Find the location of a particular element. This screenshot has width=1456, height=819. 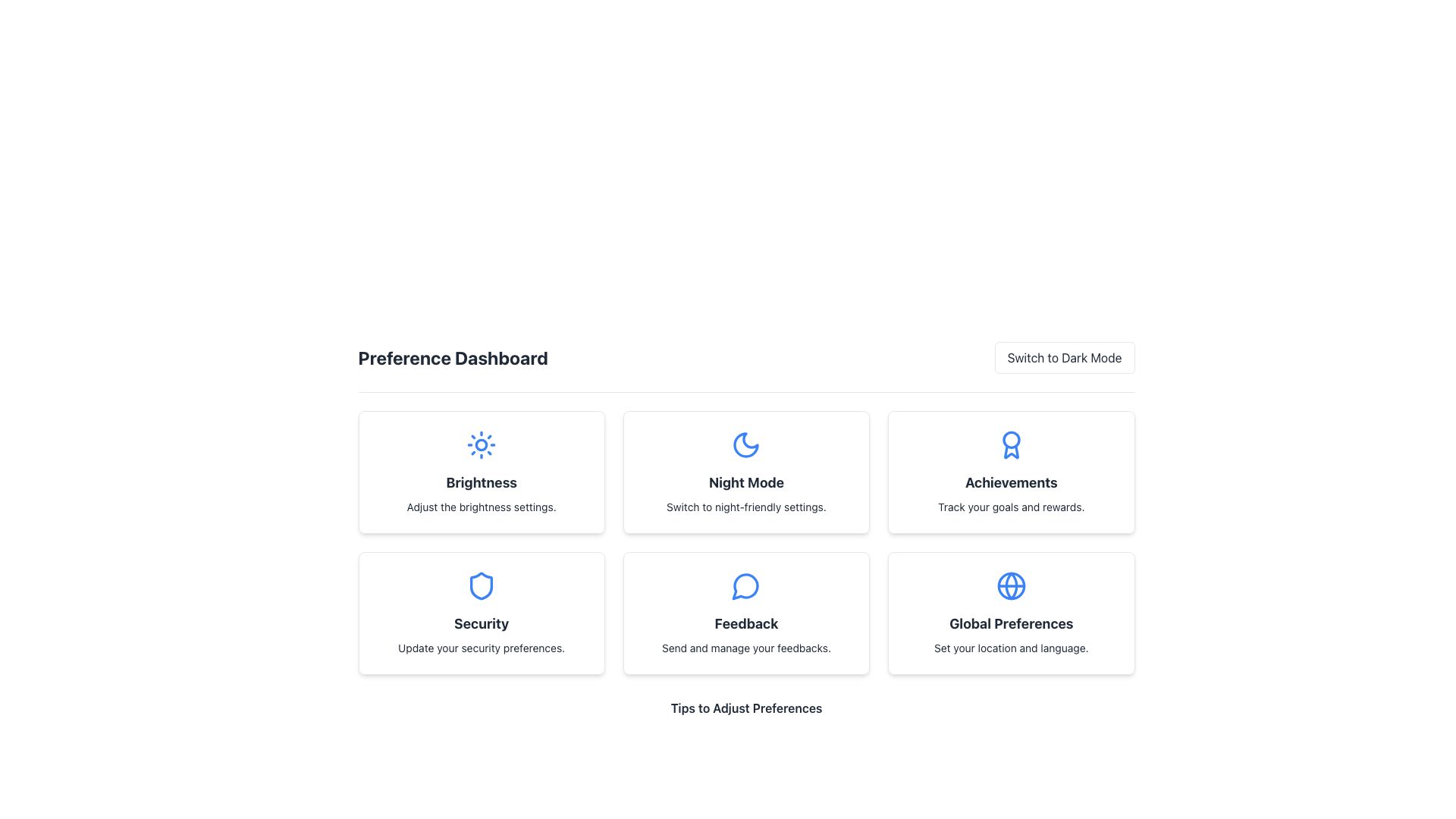

information from the Informational Card element titled 'Security' with a blue shield icon, located in the 'Preference Dashboard' section is located at coordinates (481, 613).